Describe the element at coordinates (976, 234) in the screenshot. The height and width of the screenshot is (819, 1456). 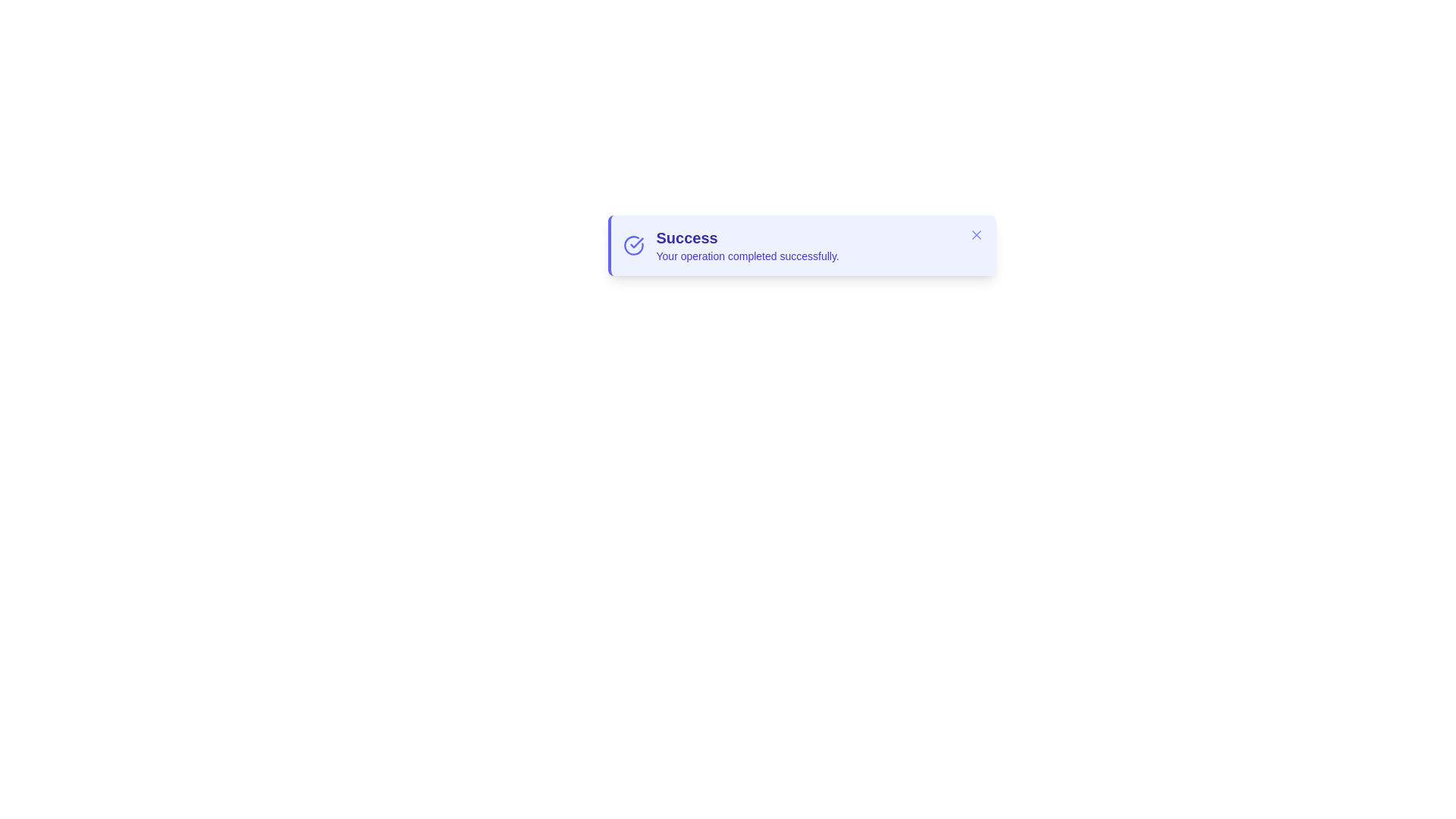
I see `the small 'X' shaped vector graphic close button located in the upper-right corner of the success message notification box` at that location.